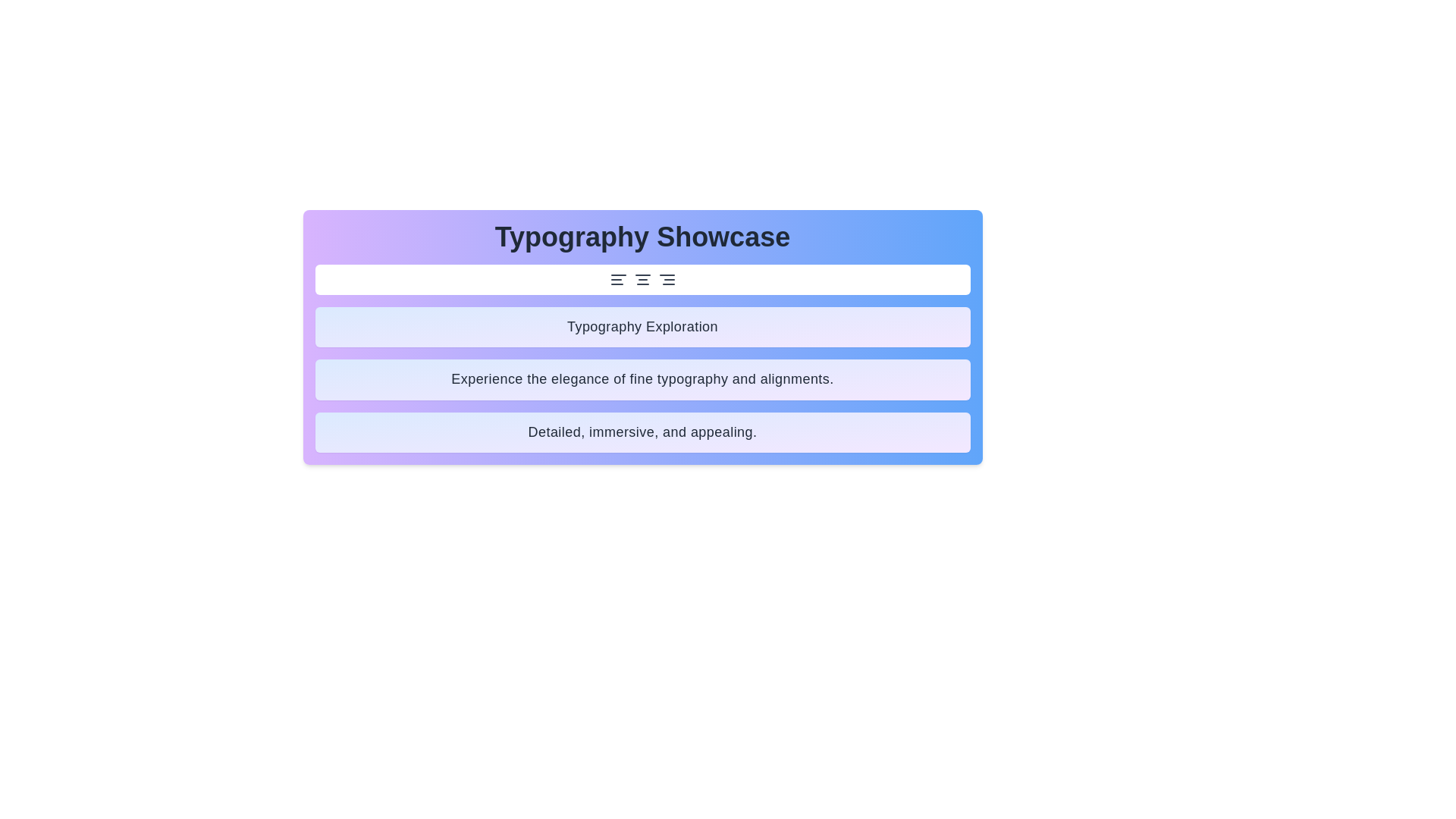  Describe the element at coordinates (642, 280) in the screenshot. I see `the center alignment icon within the 'Typography Showcase' section to center-align text` at that location.